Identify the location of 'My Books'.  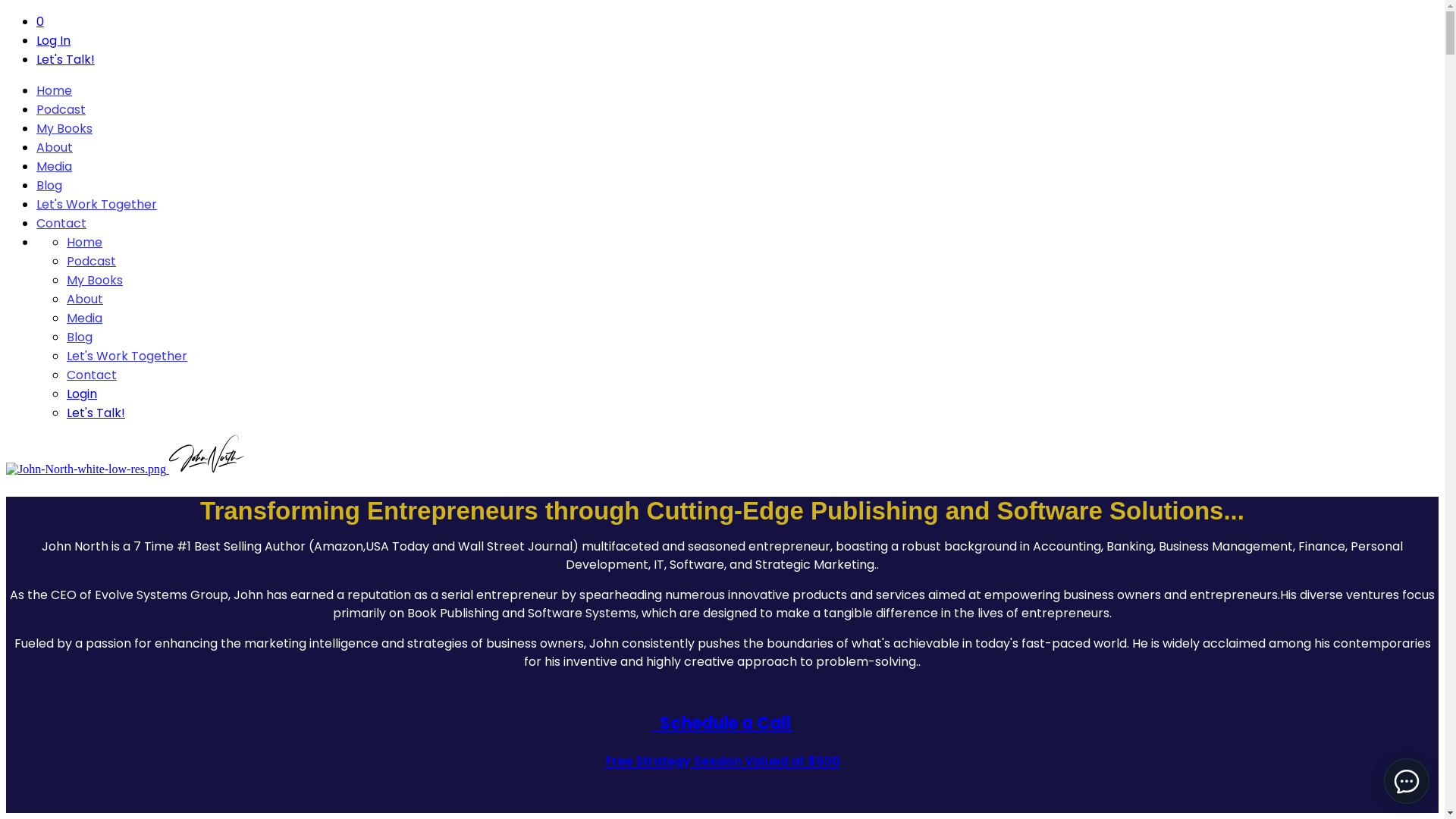
(64, 127).